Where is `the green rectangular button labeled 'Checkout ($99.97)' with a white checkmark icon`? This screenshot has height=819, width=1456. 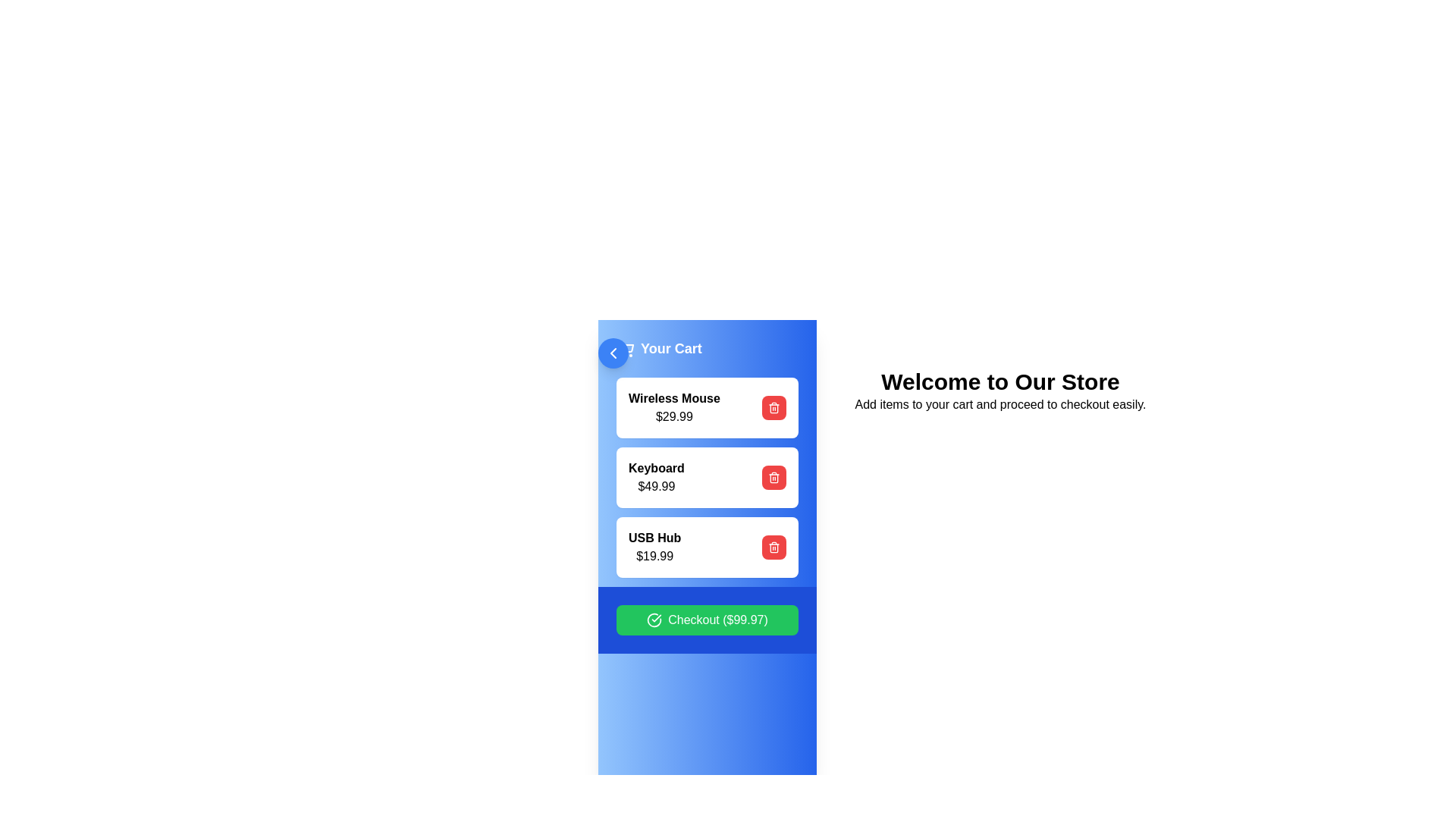
the green rectangular button labeled 'Checkout ($99.97)' with a white checkmark icon is located at coordinates (706, 620).